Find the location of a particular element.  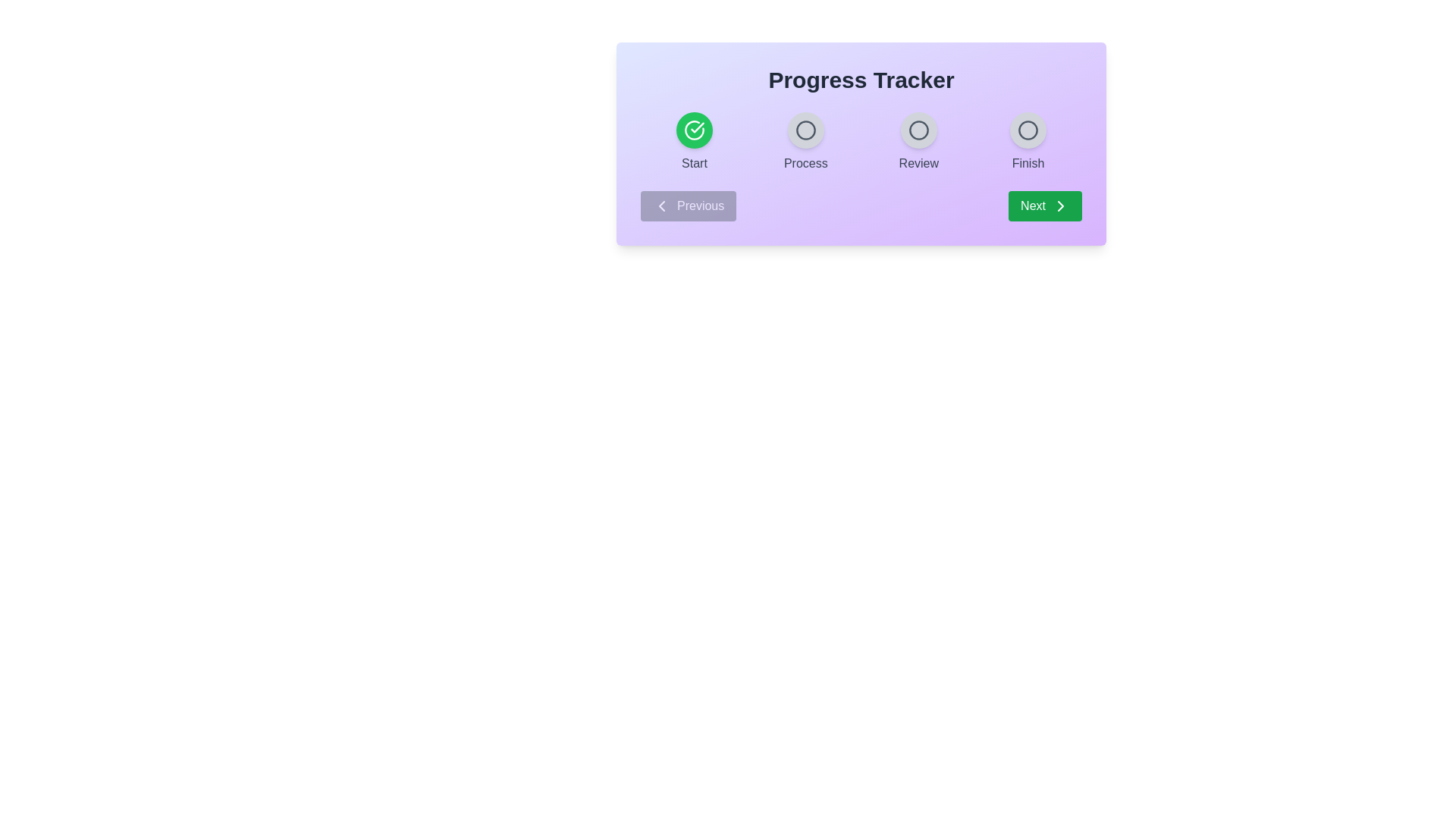

the Progress Tracker element that consists of four steps labeled 'Start', 'Process', 'Review', and 'Finish', with distinct circular indicators and a gradient background is located at coordinates (861, 143).